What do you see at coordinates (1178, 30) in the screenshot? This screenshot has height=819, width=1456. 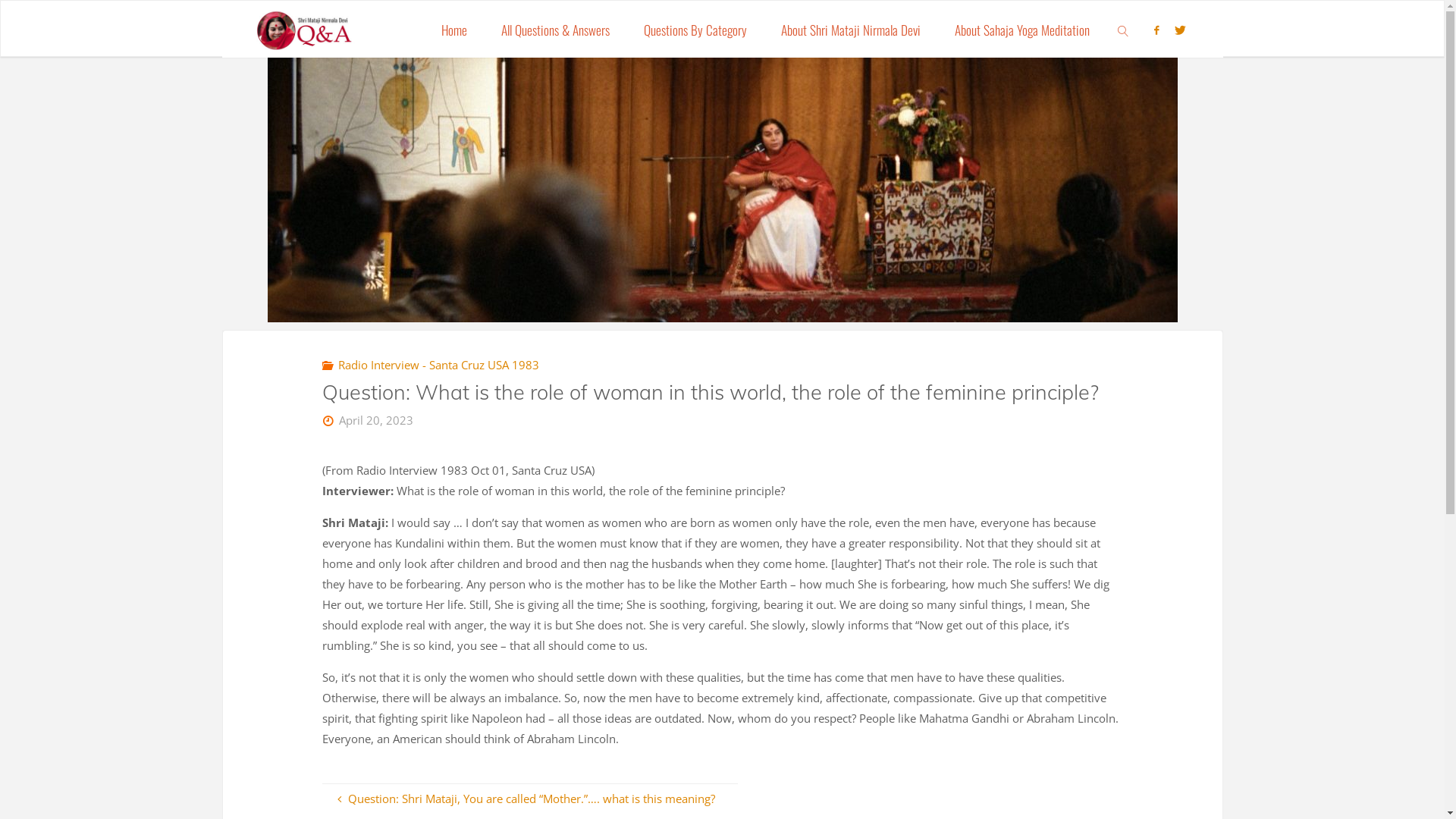 I see `'Twitter'` at bounding box center [1178, 30].